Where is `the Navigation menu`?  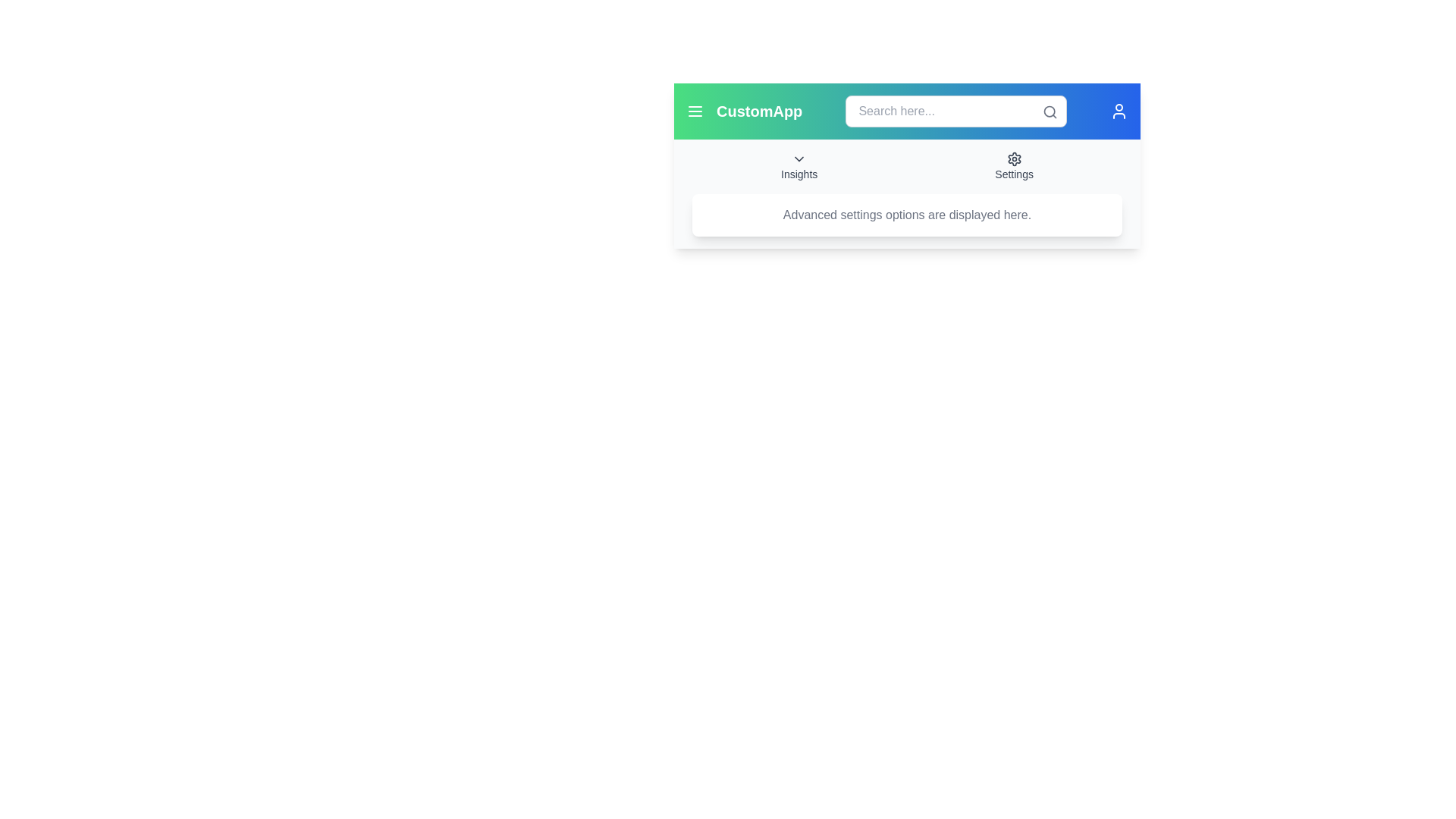
the Navigation menu is located at coordinates (907, 166).